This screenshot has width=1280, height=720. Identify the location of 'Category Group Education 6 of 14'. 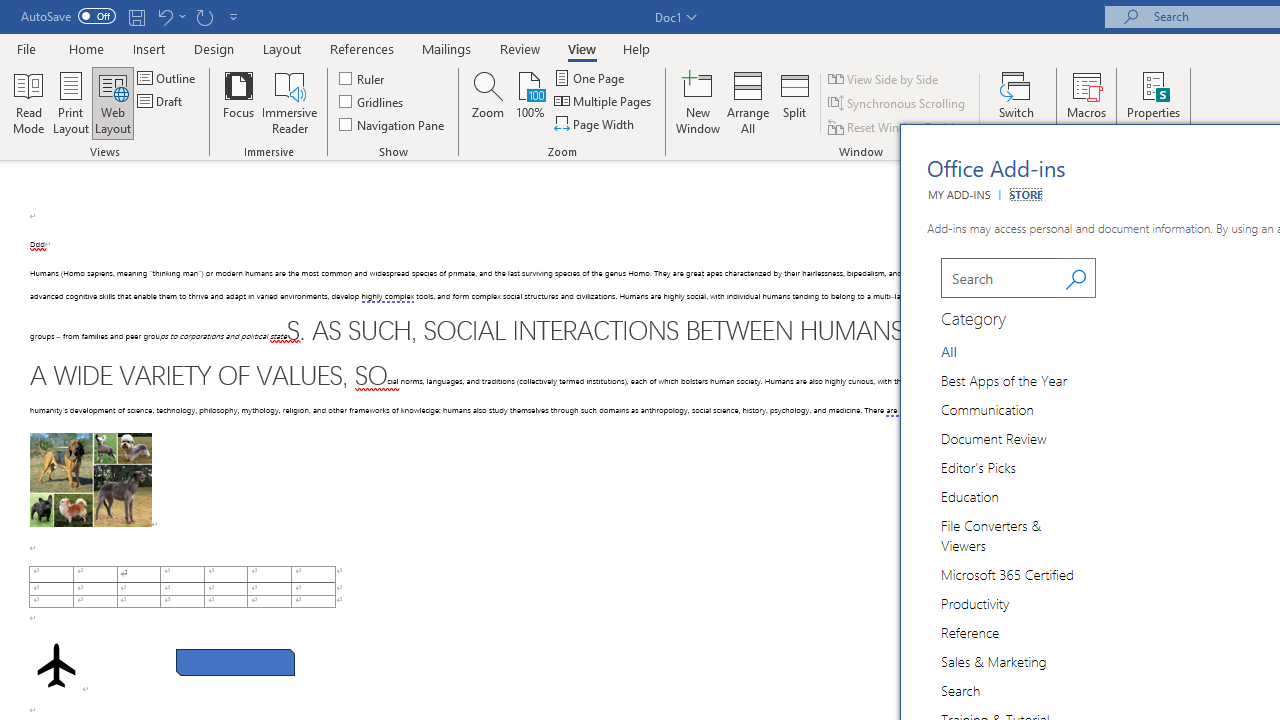
(974, 495).